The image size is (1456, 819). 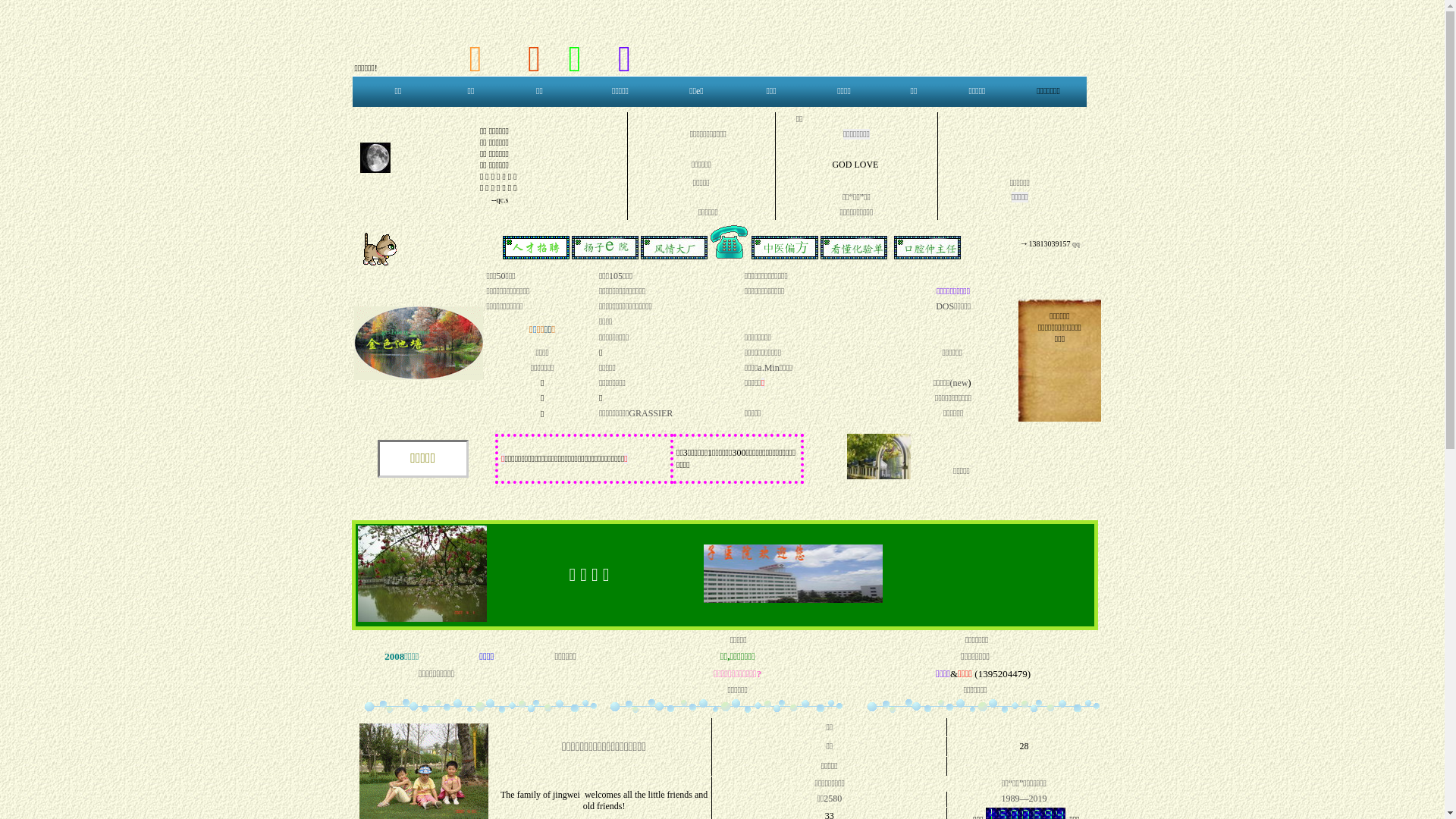 I want to click on ' qq', so click(x=1075, y=243).